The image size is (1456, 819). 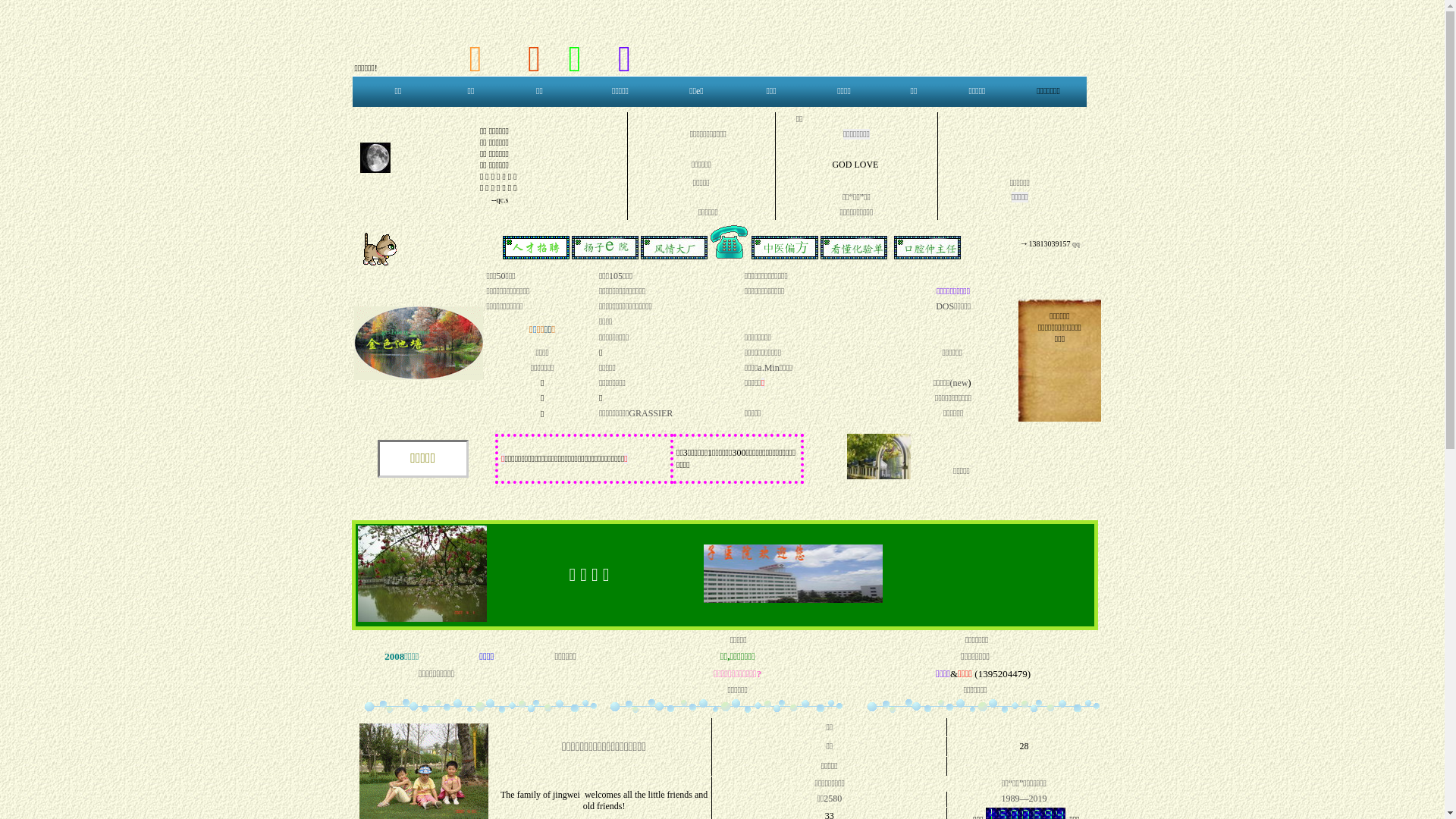 I want to click on ' qq', so click(x=1075, y=243).